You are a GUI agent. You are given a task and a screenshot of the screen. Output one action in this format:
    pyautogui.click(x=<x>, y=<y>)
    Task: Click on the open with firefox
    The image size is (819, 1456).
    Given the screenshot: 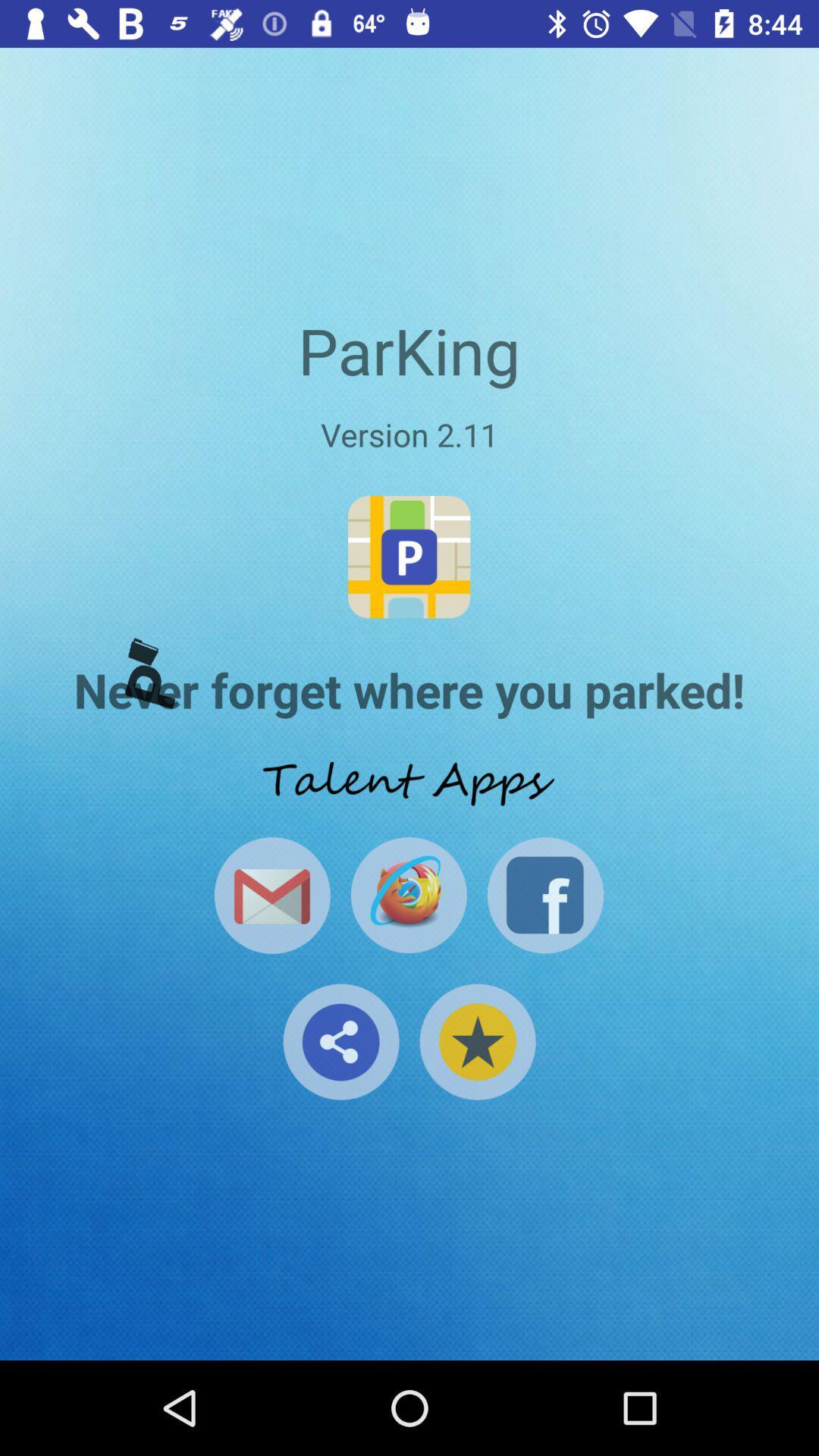 What is the action you would take?
    pyautogui.click(x=408, y=895)
    